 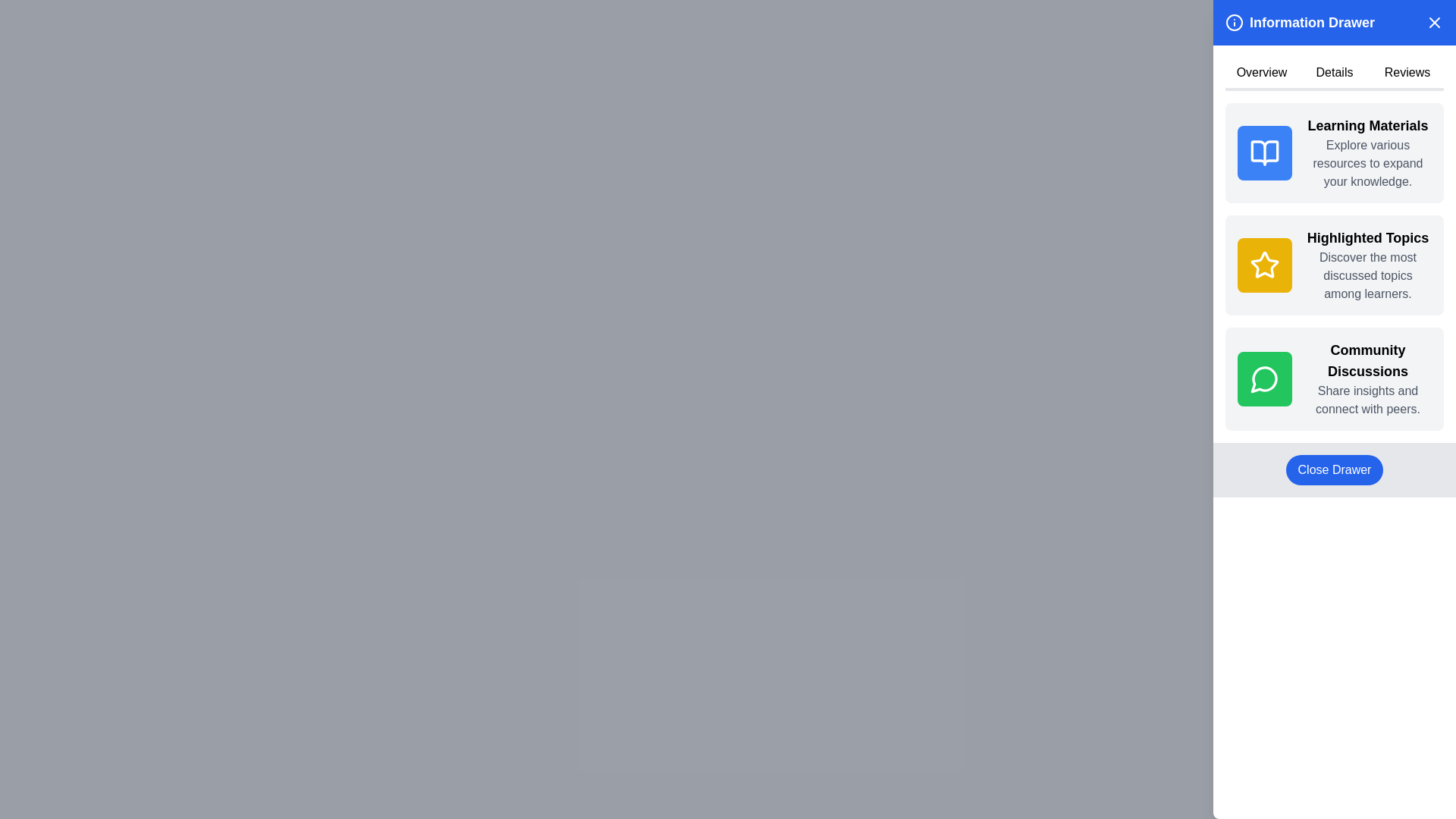 What do you see at coordinates (1335, 74) in the screenshot?
I see `the second tab from the left in the 'Information Drawer' panel` at bounding box center [1335, 74].